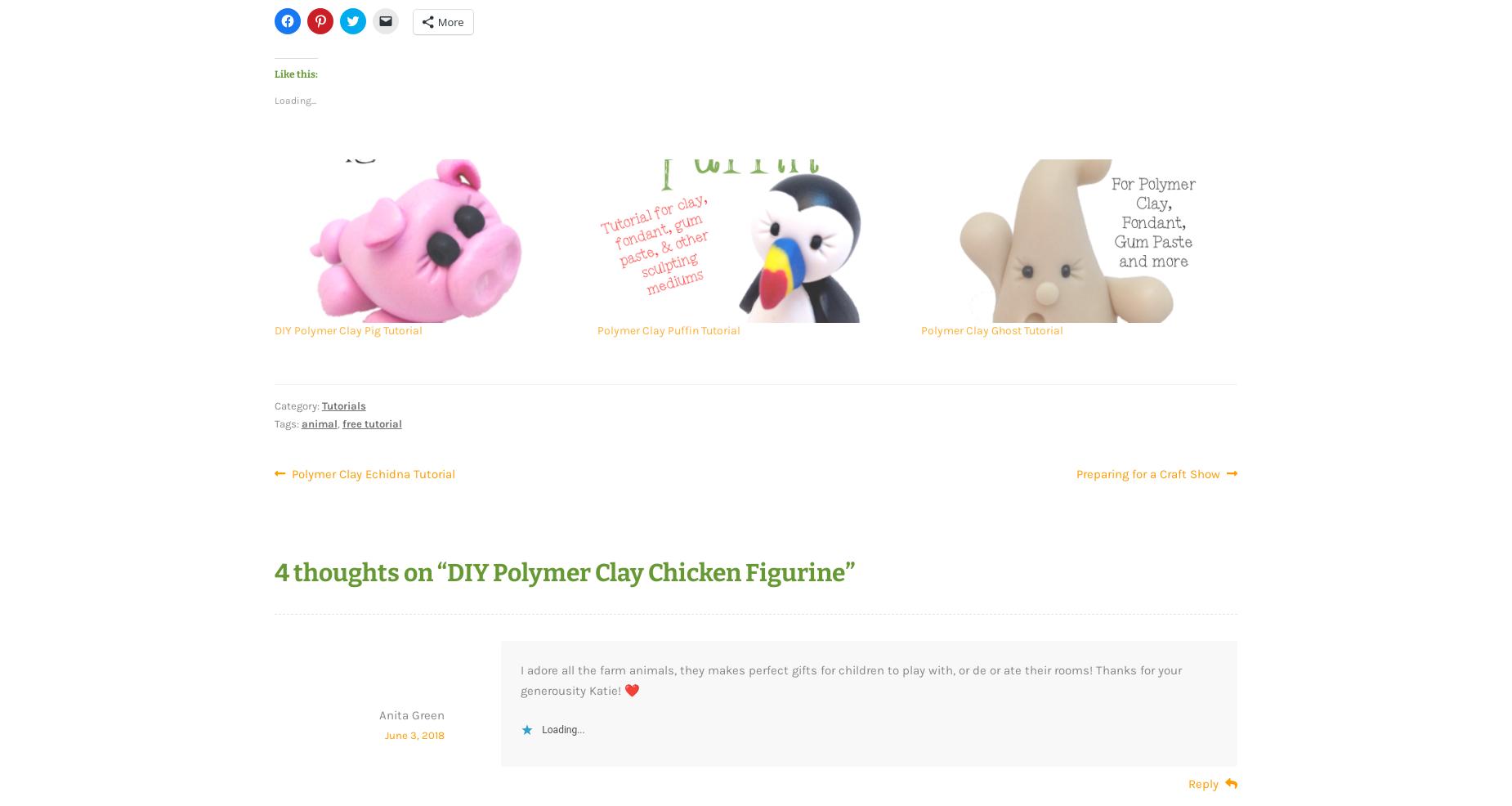 The image size is (1512, 806). What do you see at coordinates (294, 74) in the screenshot?
I see `'Like this:'` at bounding box center [294, 74].